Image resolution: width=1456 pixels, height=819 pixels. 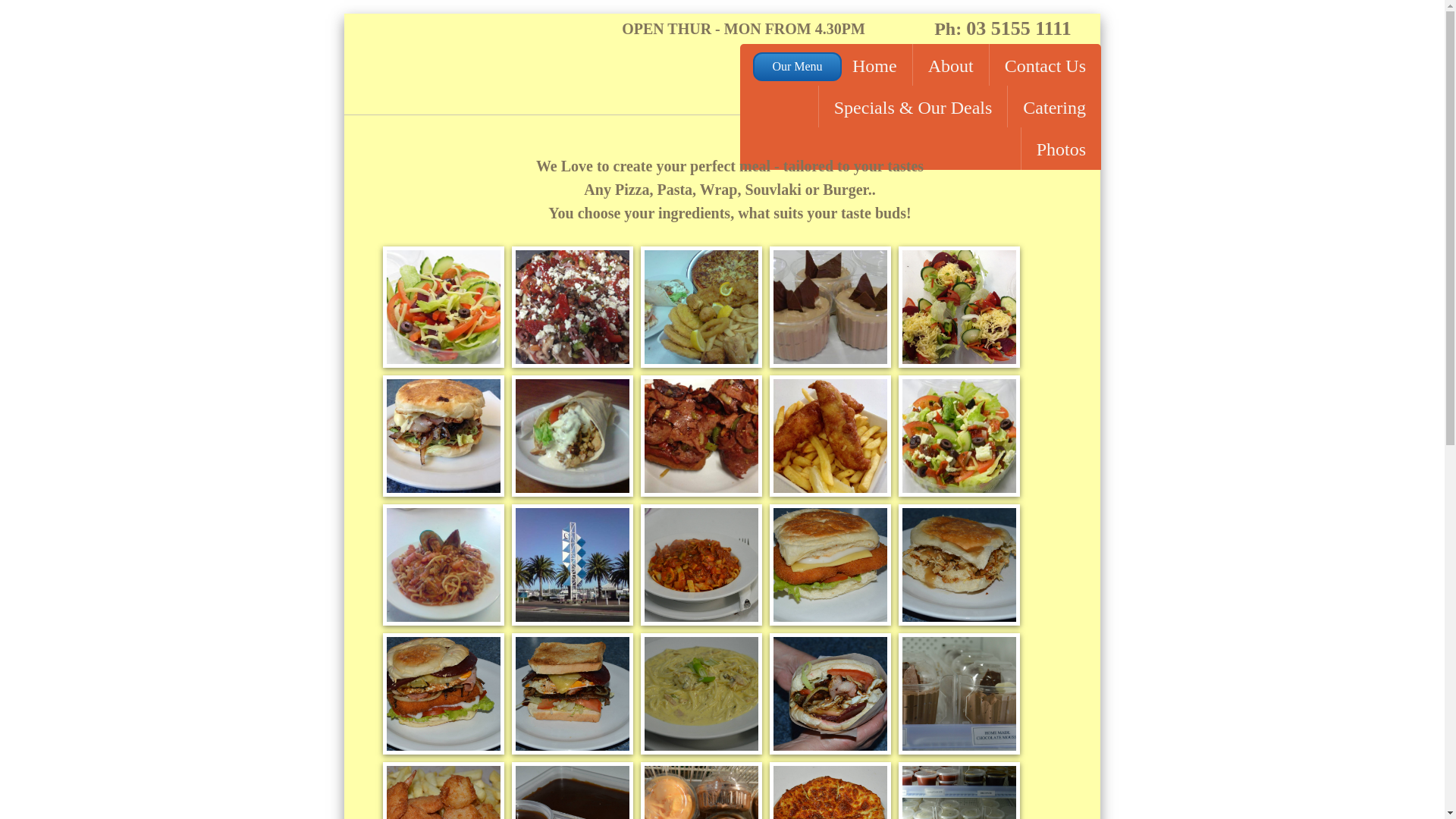 What do you see at coordinates (836, 64) in the screenshot?
I see `'Home'` at bounding box center [836, 64].